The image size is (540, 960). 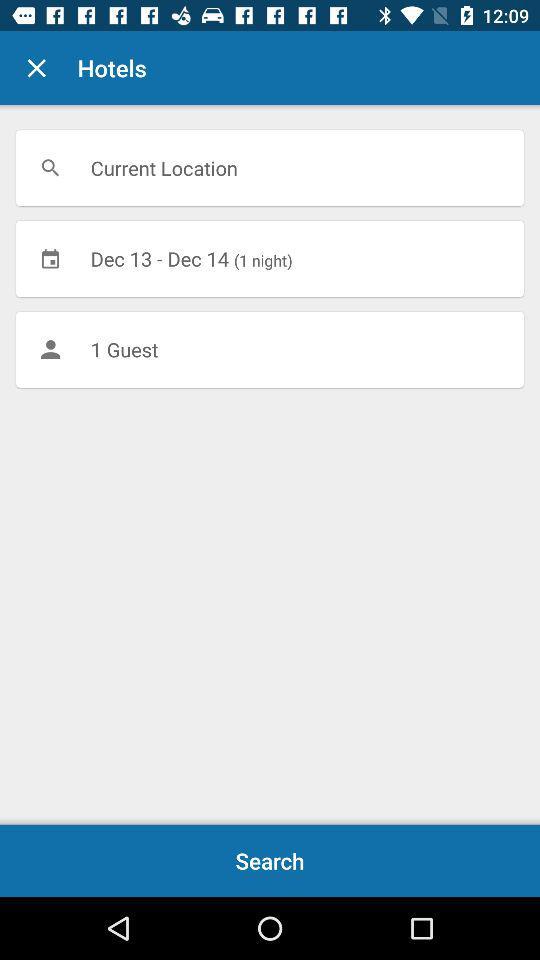 What do you see at coordinates (270, 167) in the screenshot?
I see `current location` at bounding box center [270, 167].